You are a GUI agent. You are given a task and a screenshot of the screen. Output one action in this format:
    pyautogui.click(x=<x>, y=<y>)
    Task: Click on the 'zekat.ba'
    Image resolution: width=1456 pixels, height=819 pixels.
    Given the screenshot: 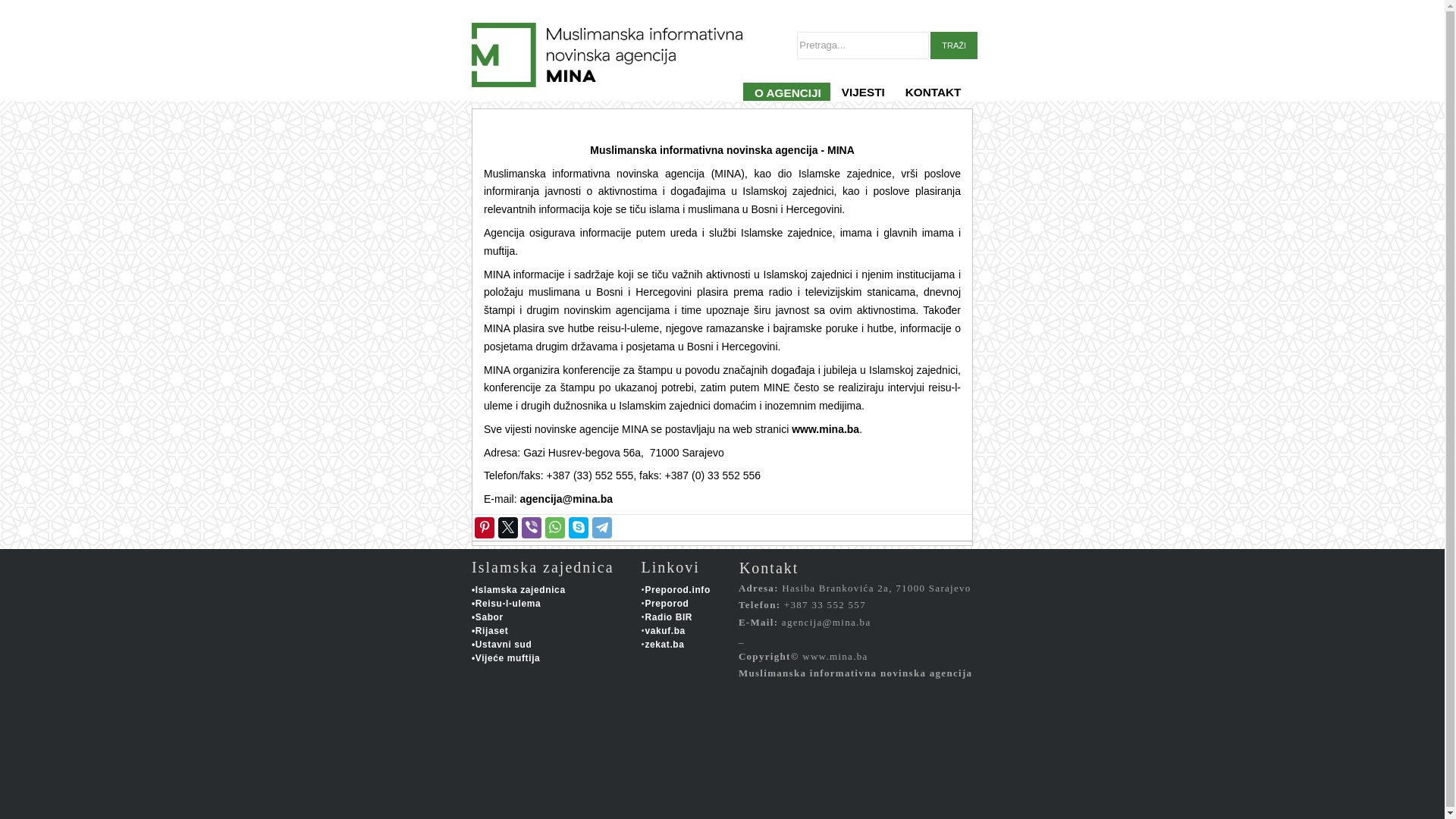 What is the action you would take?
    pyautogui.click(x=664, y=644)
    